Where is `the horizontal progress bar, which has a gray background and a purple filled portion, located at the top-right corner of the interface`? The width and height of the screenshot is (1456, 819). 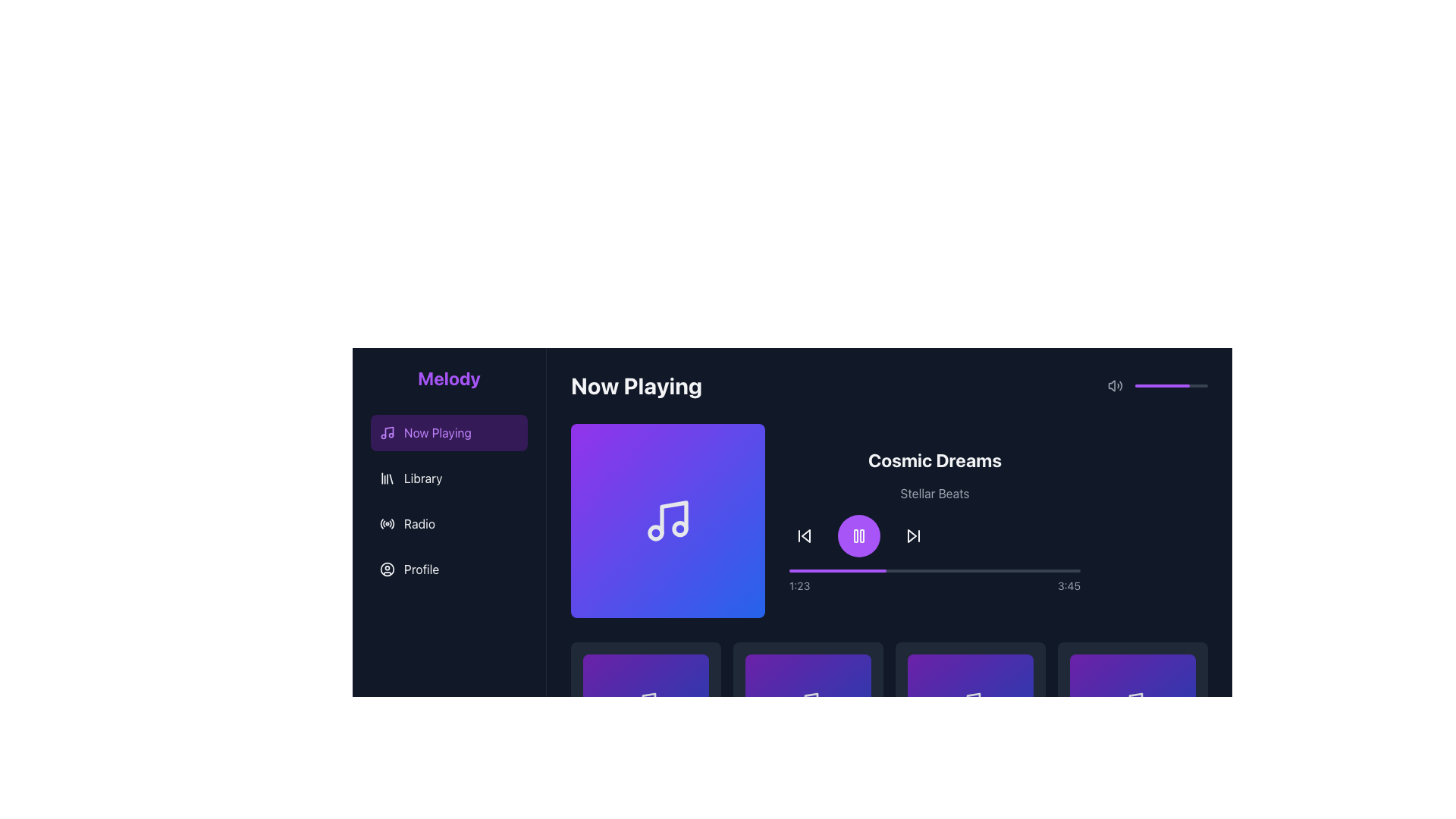
the horizontal progress bar, which has a gray background and a purple filled portion, located at the top-right corner of the interface is located at coordinates (1171, 385).